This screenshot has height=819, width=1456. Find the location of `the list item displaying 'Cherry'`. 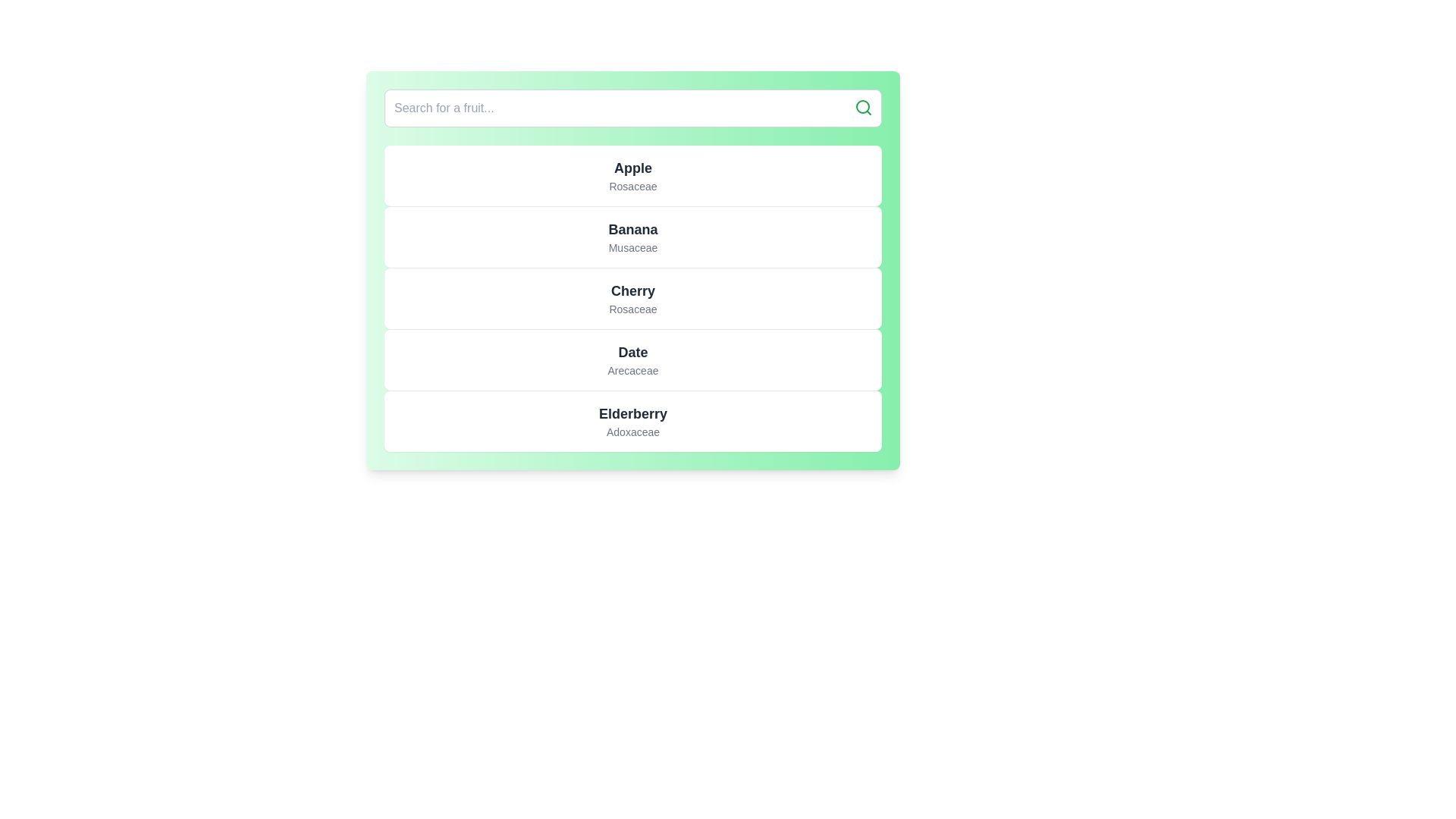

the list item displaying 'Cherry' is located at coordinates (633, 298).